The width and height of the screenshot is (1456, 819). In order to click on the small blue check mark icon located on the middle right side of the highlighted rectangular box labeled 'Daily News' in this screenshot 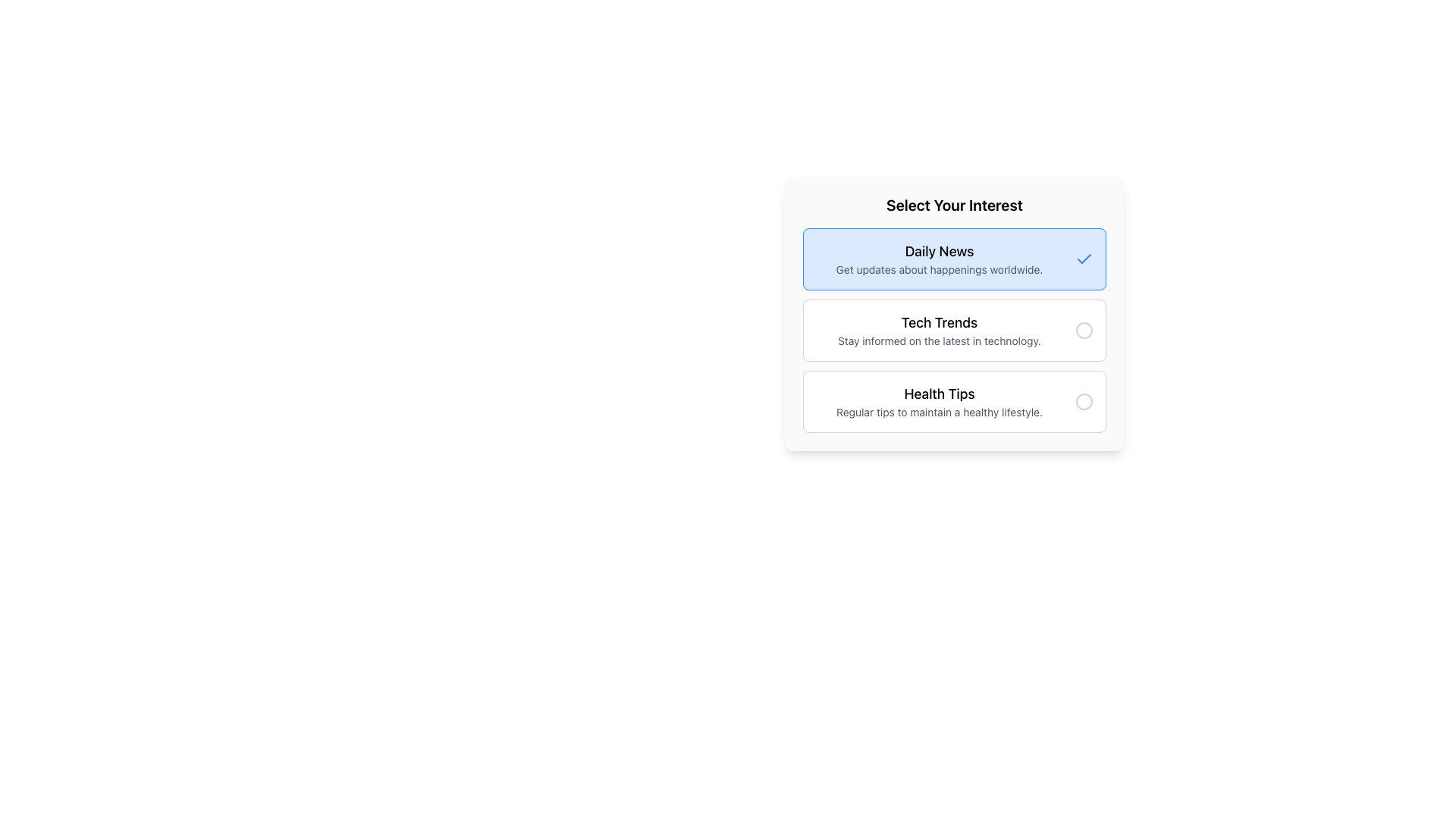, I will do `click(1084, 259)`.